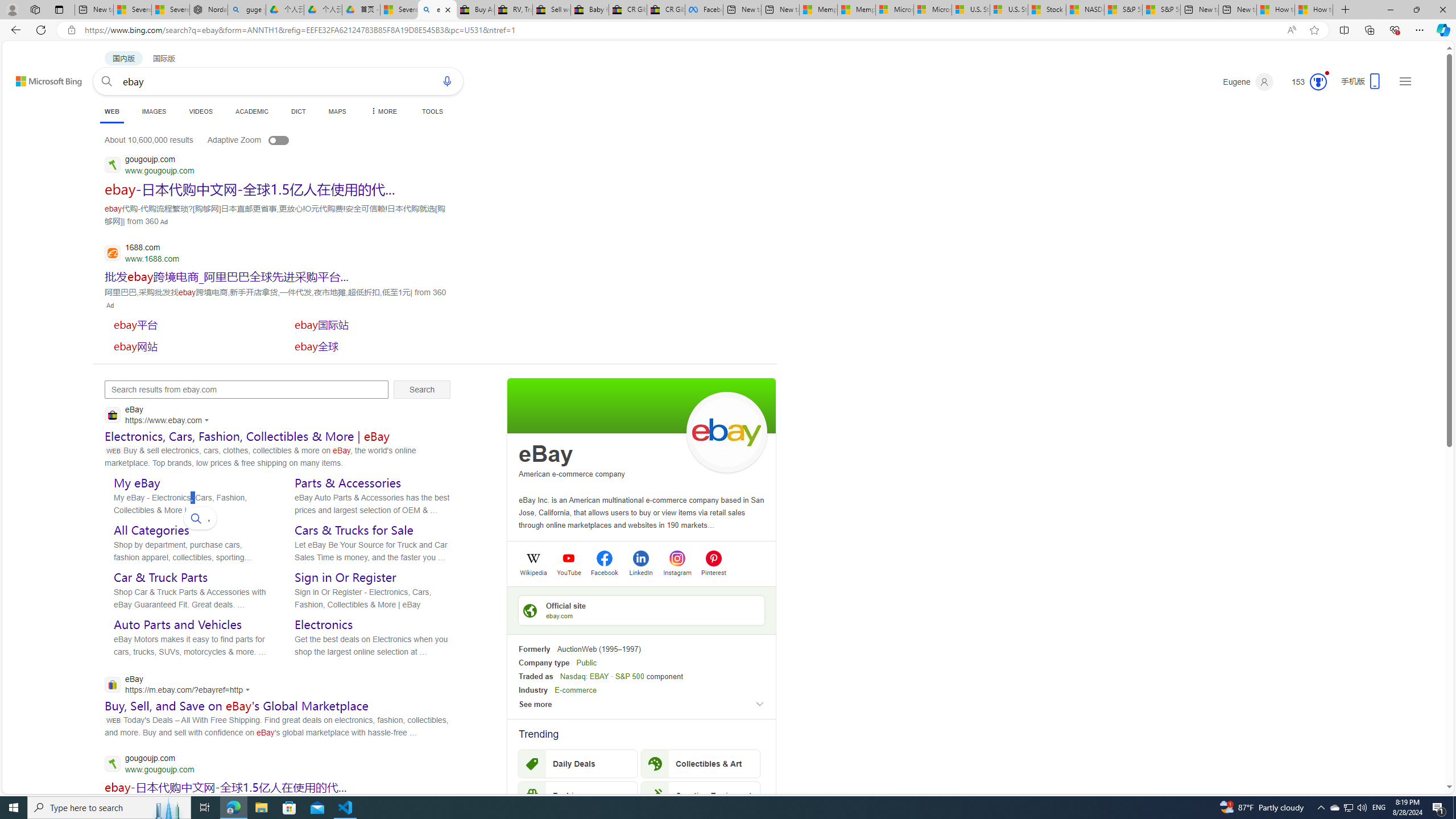 This screenshot has width=1456, height=819. What do you see at coordinates (336, 111) in the screenshot?
I see `'MAPS'` at bounding box center [336, 111].